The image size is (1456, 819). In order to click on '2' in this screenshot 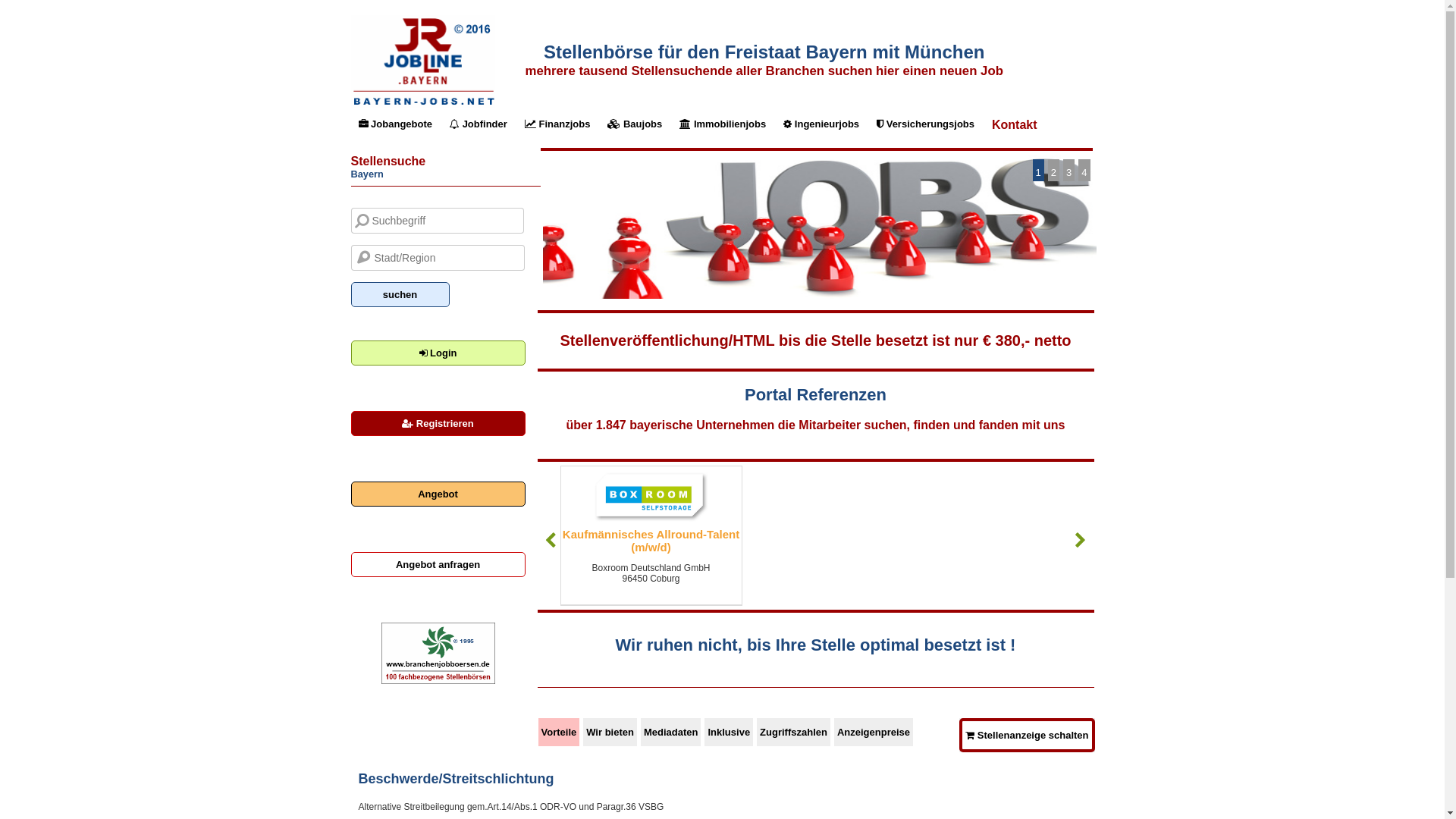, I will do `click(1047, 170)`.